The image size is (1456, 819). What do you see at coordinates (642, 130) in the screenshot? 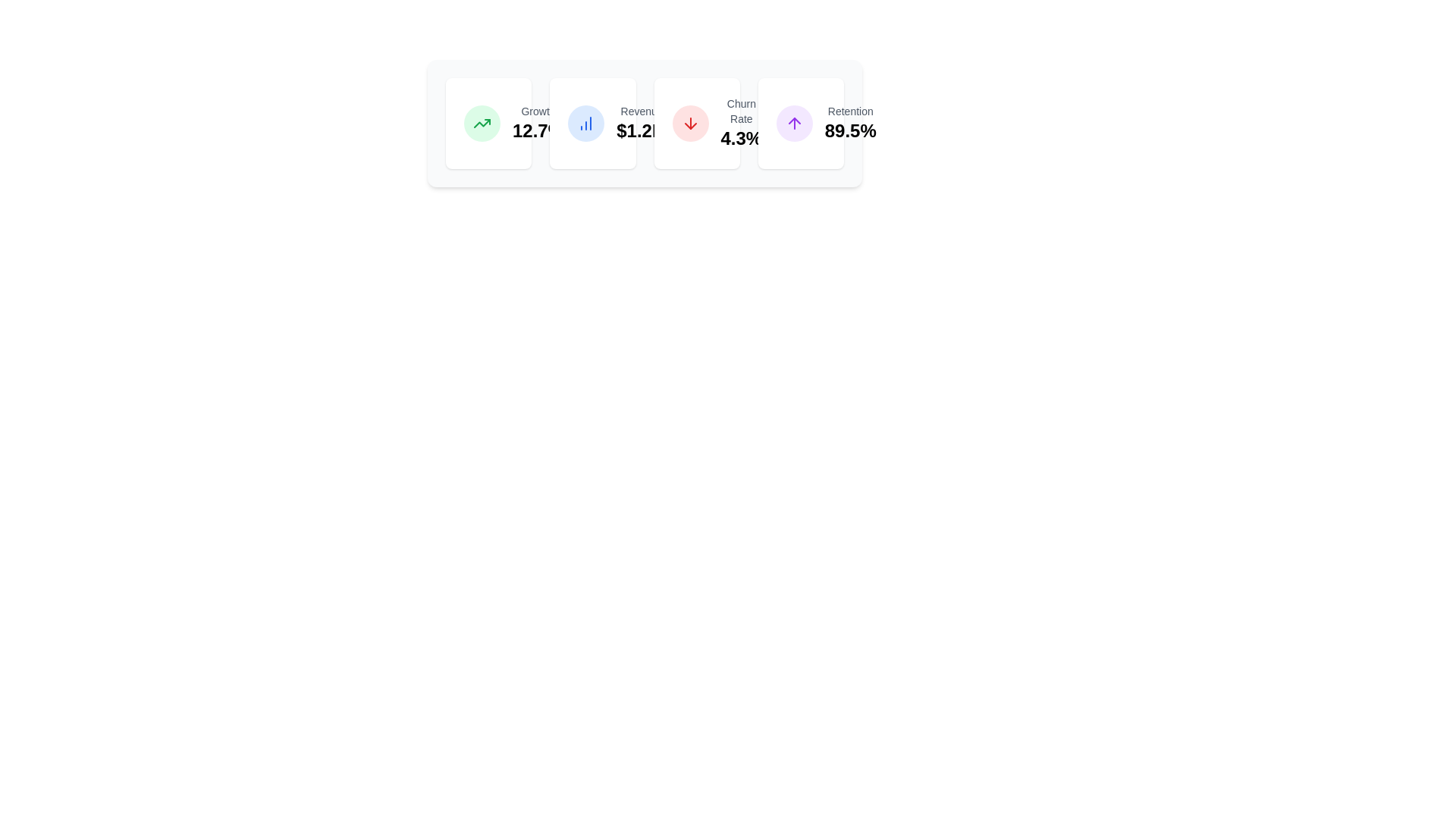
I see `the revenue value displayed in the text label located under the 'Revenue' label within the second card of a four-card horizontal layout` at bounding box center [642, 130].